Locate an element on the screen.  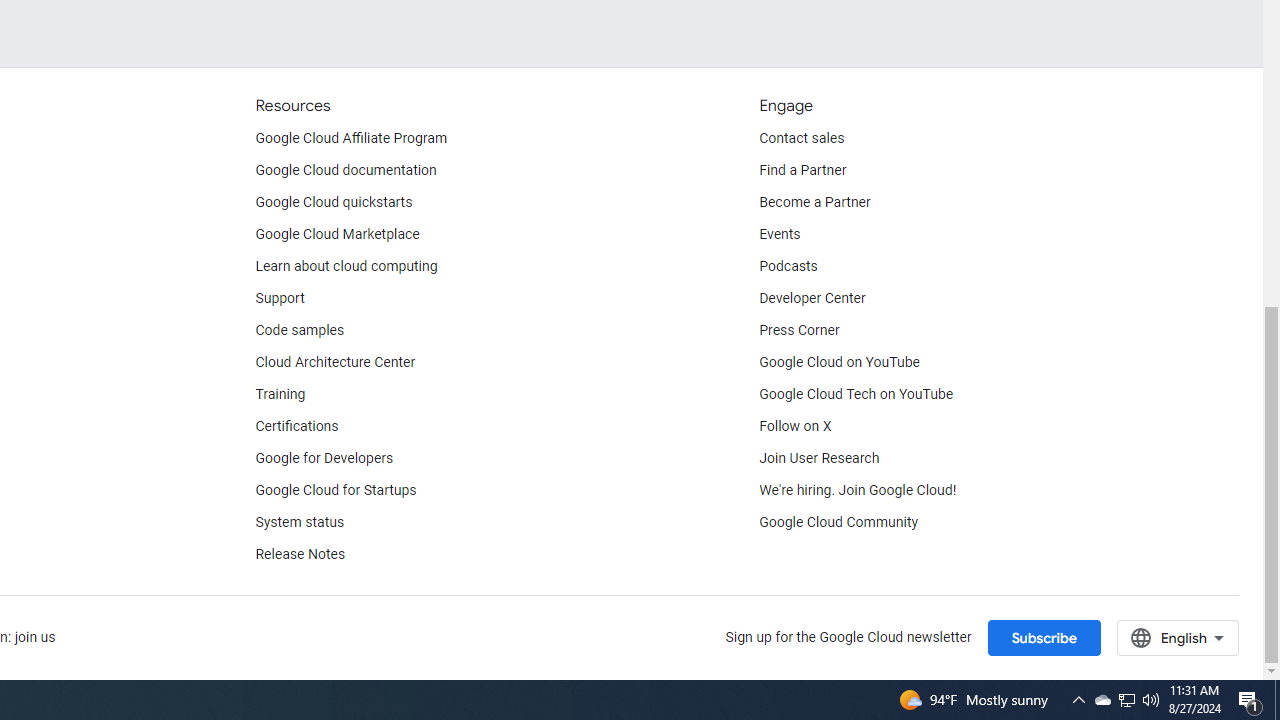
'We' is located at coordinates (858, 491).